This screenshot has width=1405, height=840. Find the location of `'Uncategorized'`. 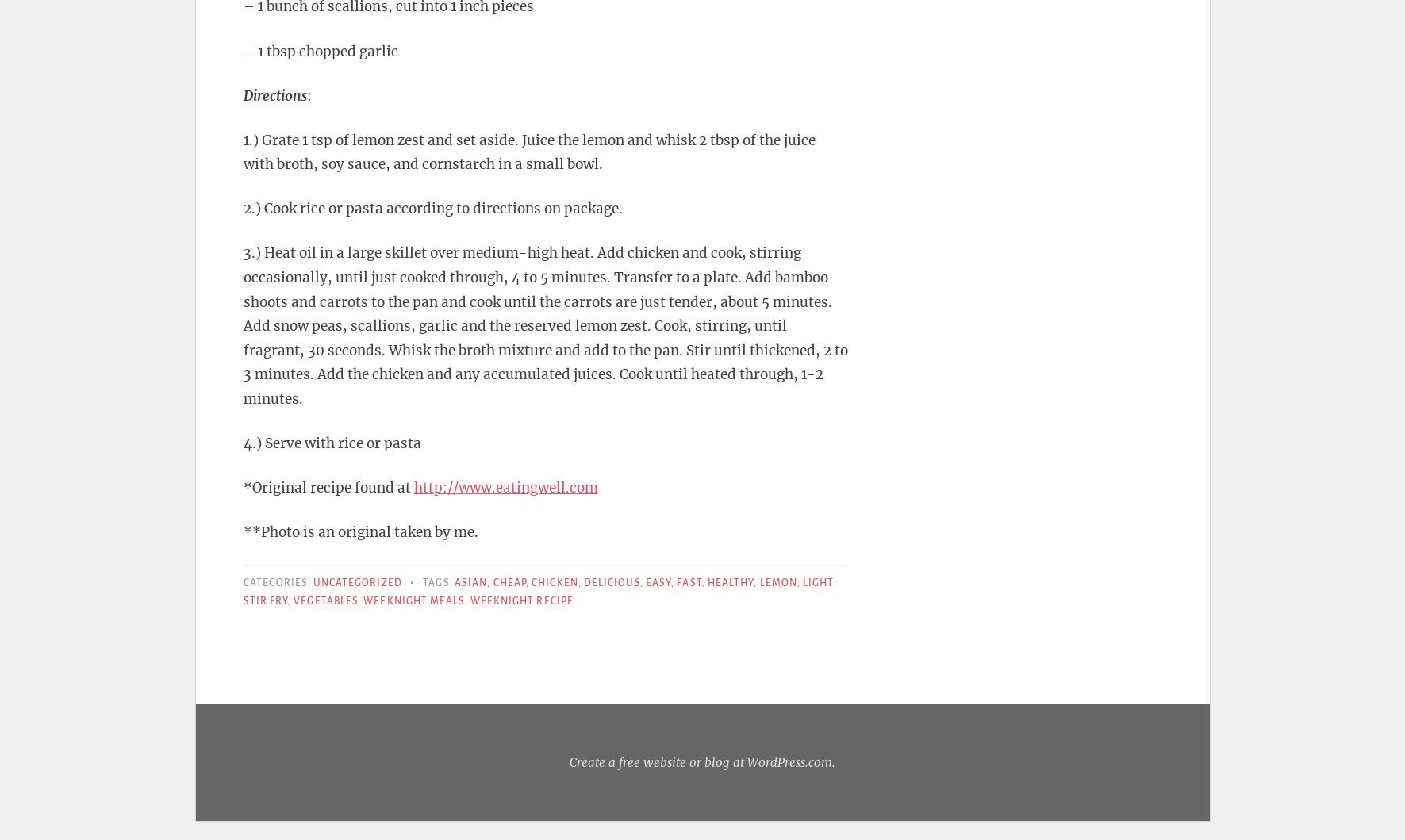

'Uncategorized' is located at coordinates (357, 583).